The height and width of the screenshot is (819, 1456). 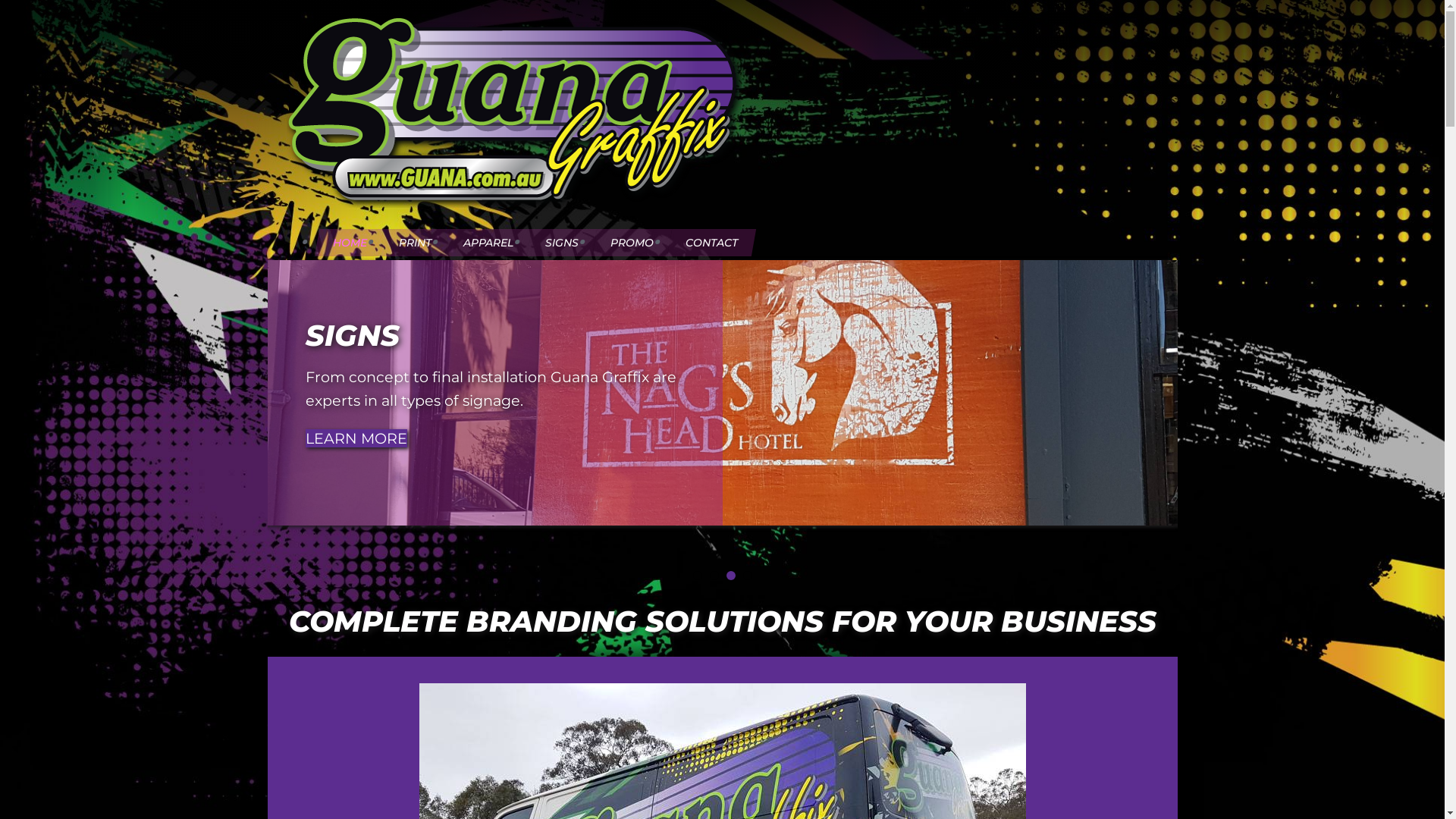 I want to click on 'CONTACT', so click(x=711, y=242).